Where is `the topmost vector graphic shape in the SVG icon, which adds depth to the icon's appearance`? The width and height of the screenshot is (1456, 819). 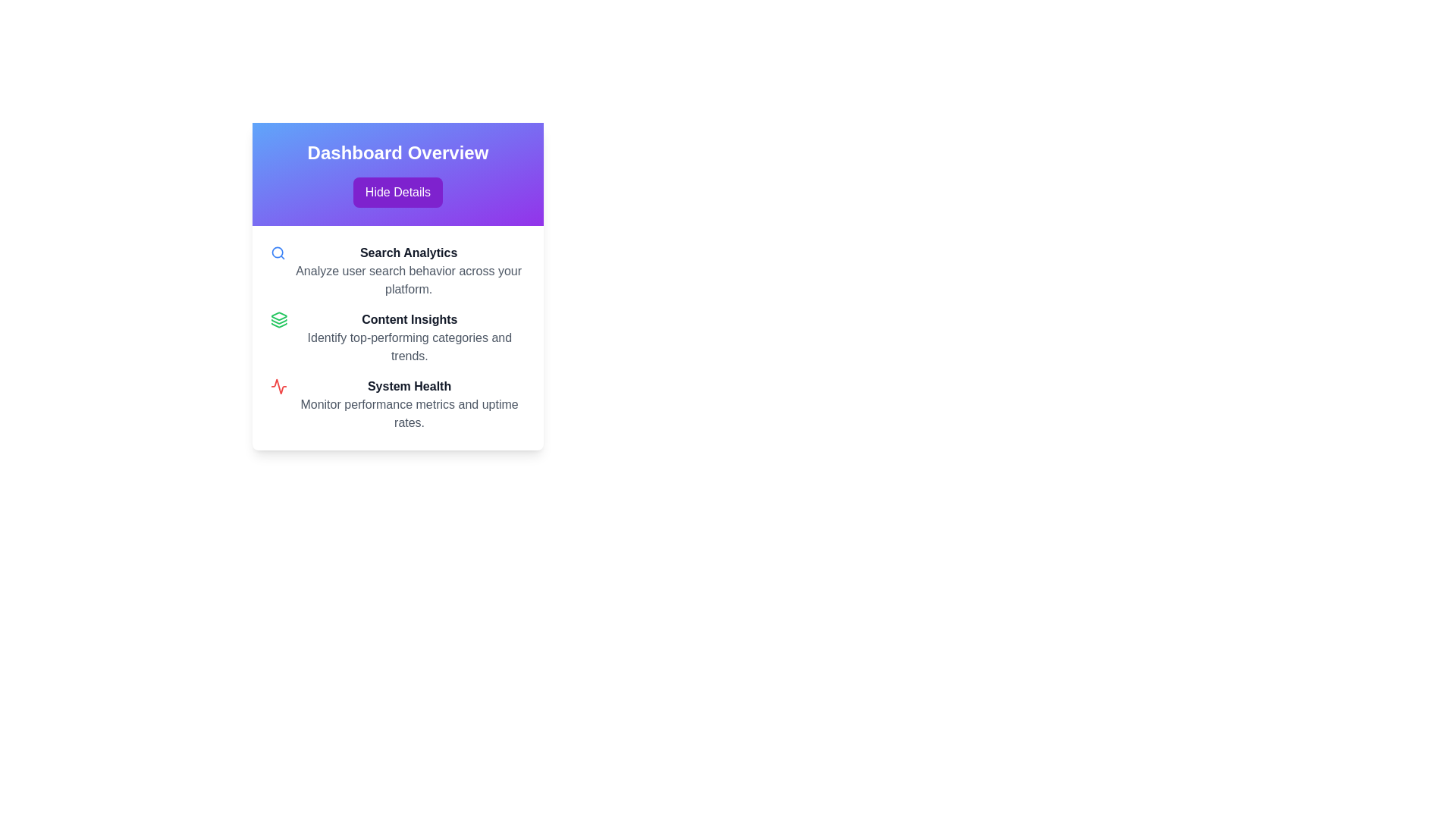 the topmost vector graphic shape in the SVG icon, which adds depth to the icon's appearance is located at coordinates (279, 315).